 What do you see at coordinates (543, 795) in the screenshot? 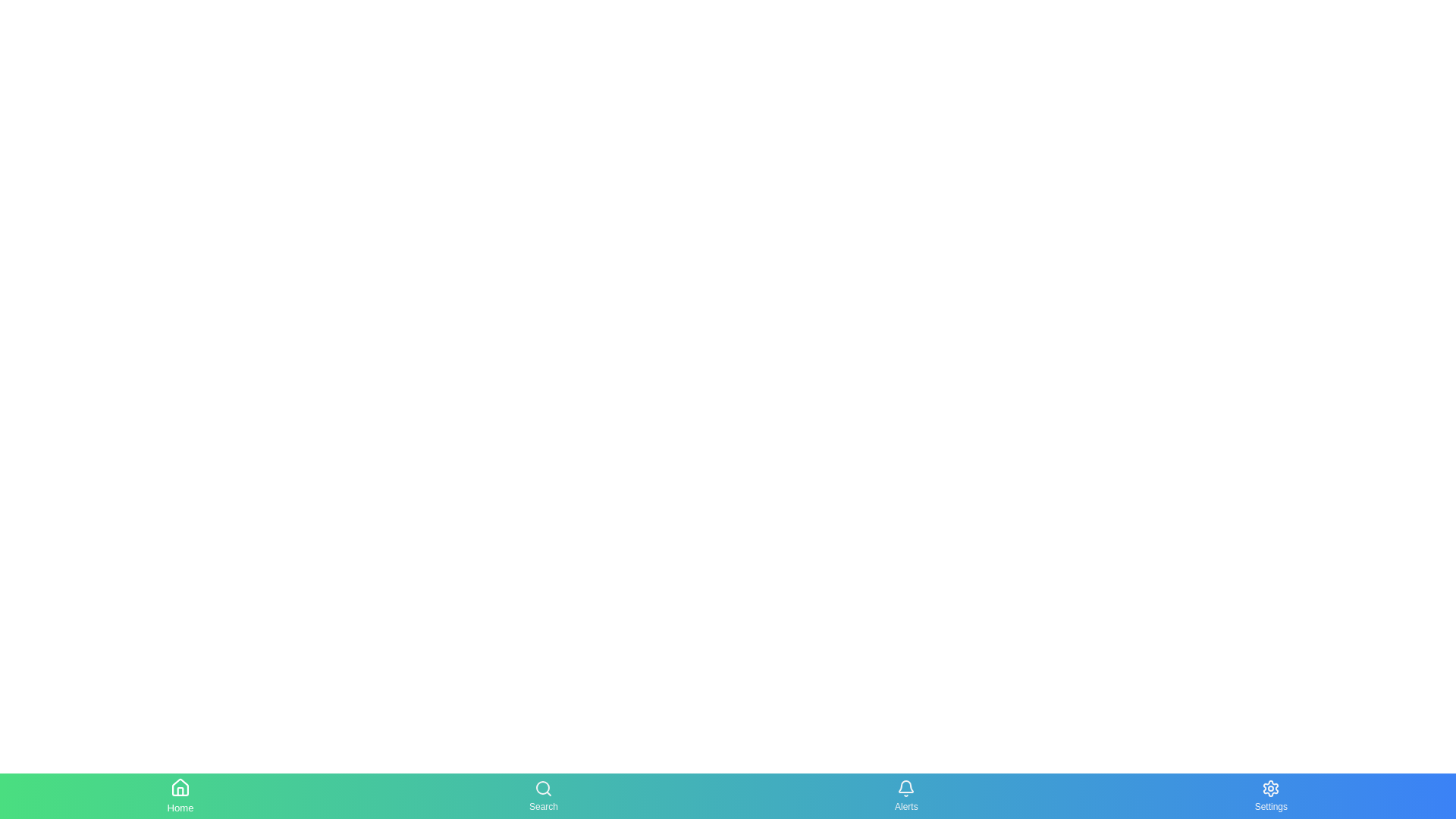
I see `the navigation tab labeled Search` at bounding box center [543, 795].